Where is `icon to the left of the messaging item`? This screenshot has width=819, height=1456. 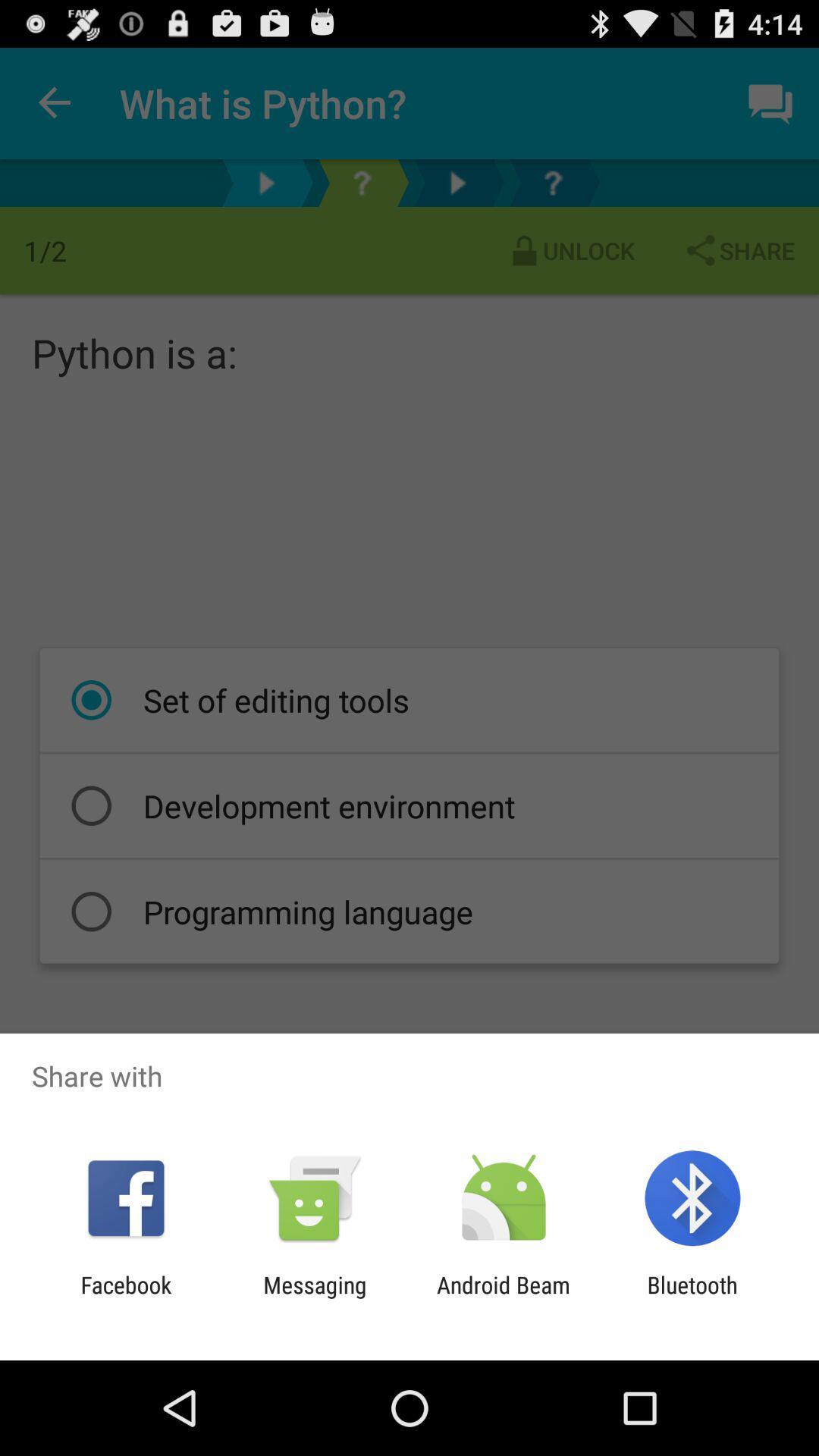
icon to the left of the messaging item is located at coordinates (125, 1298).